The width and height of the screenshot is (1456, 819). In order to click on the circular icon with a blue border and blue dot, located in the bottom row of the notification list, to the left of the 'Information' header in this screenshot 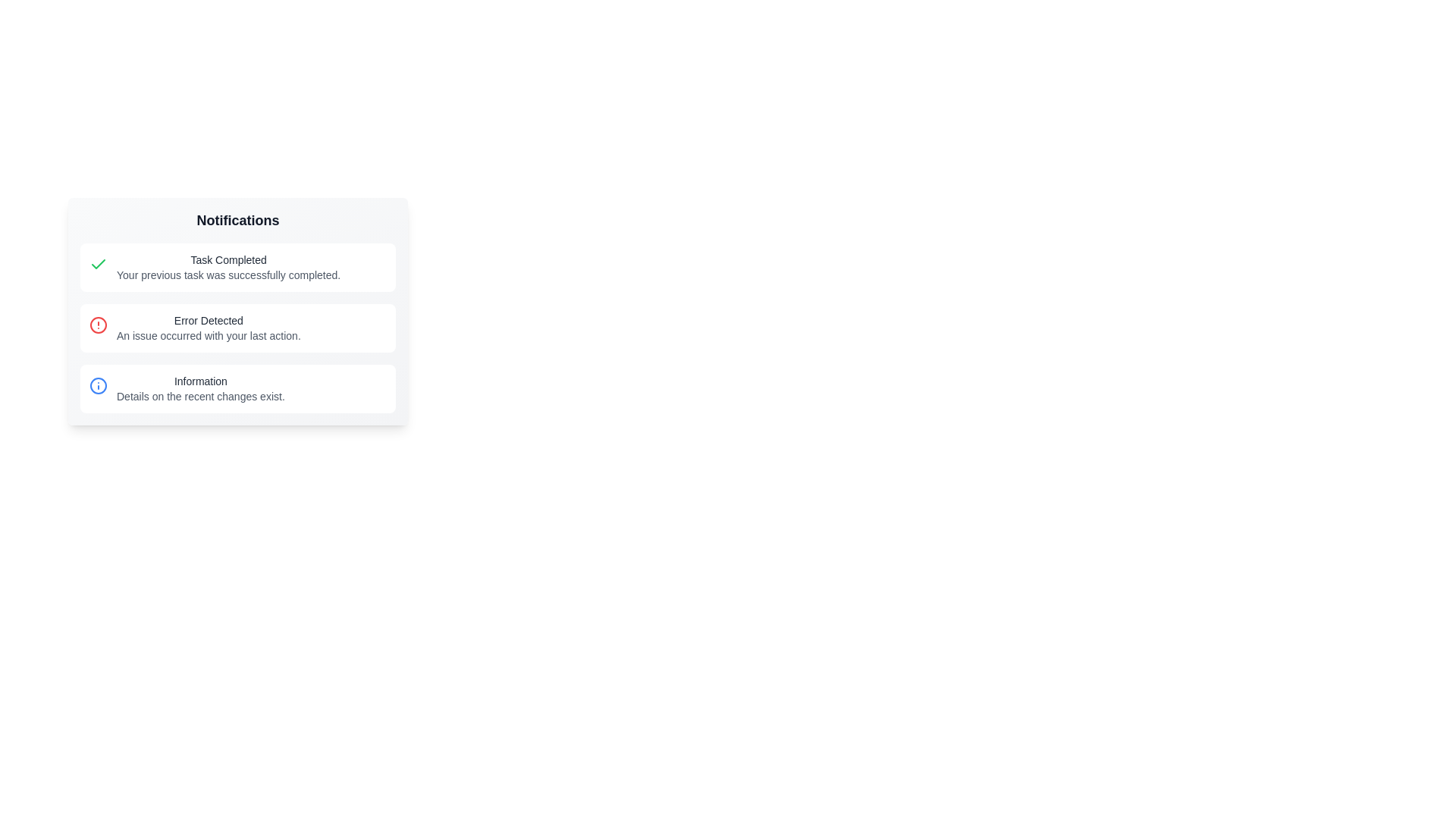, I will do `click(97, 385)`.